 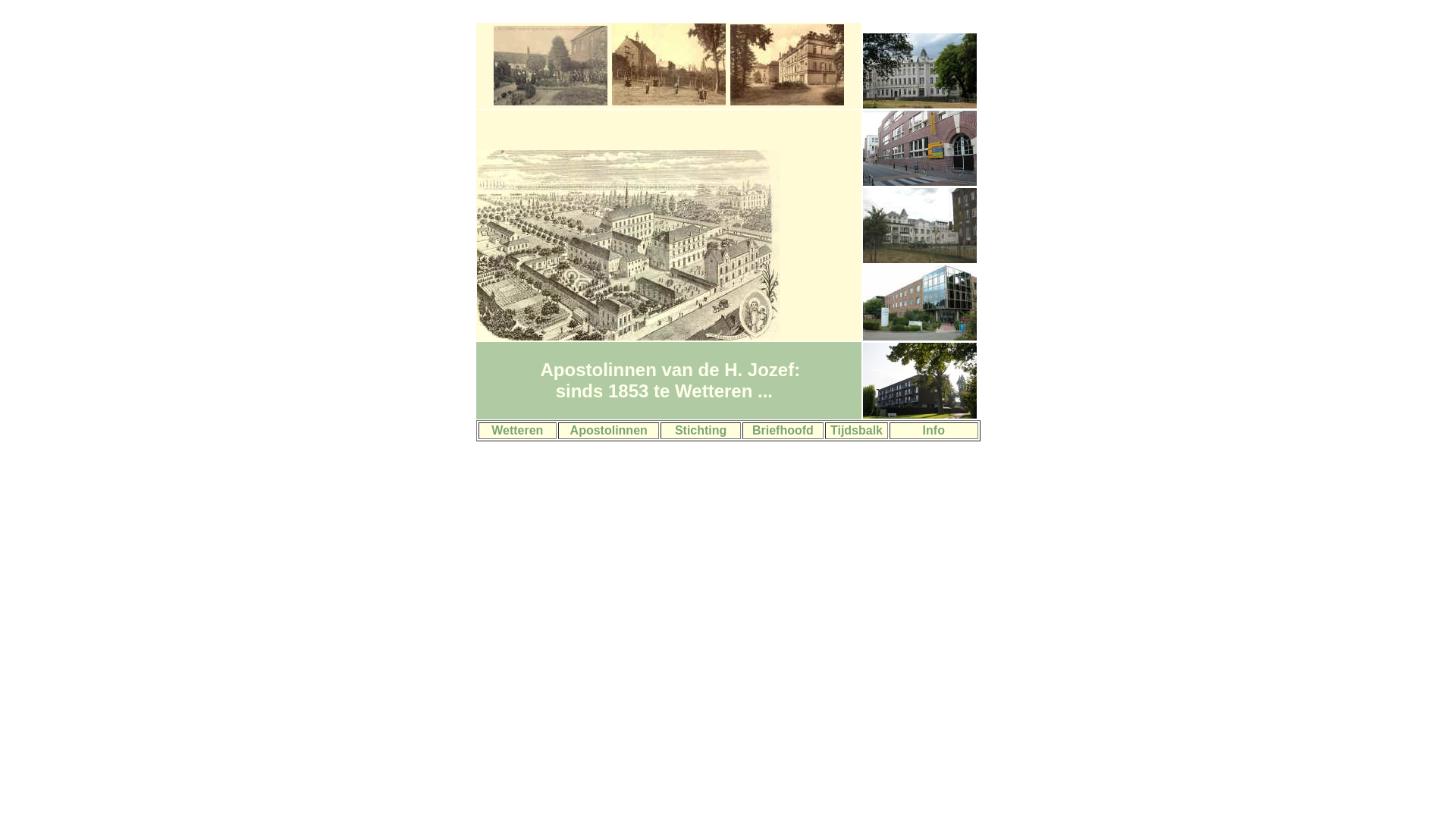 What do you see at coordinates (700, 430) in the screenshot?
I see `'Stichting'` at bounding box center [700, 430].